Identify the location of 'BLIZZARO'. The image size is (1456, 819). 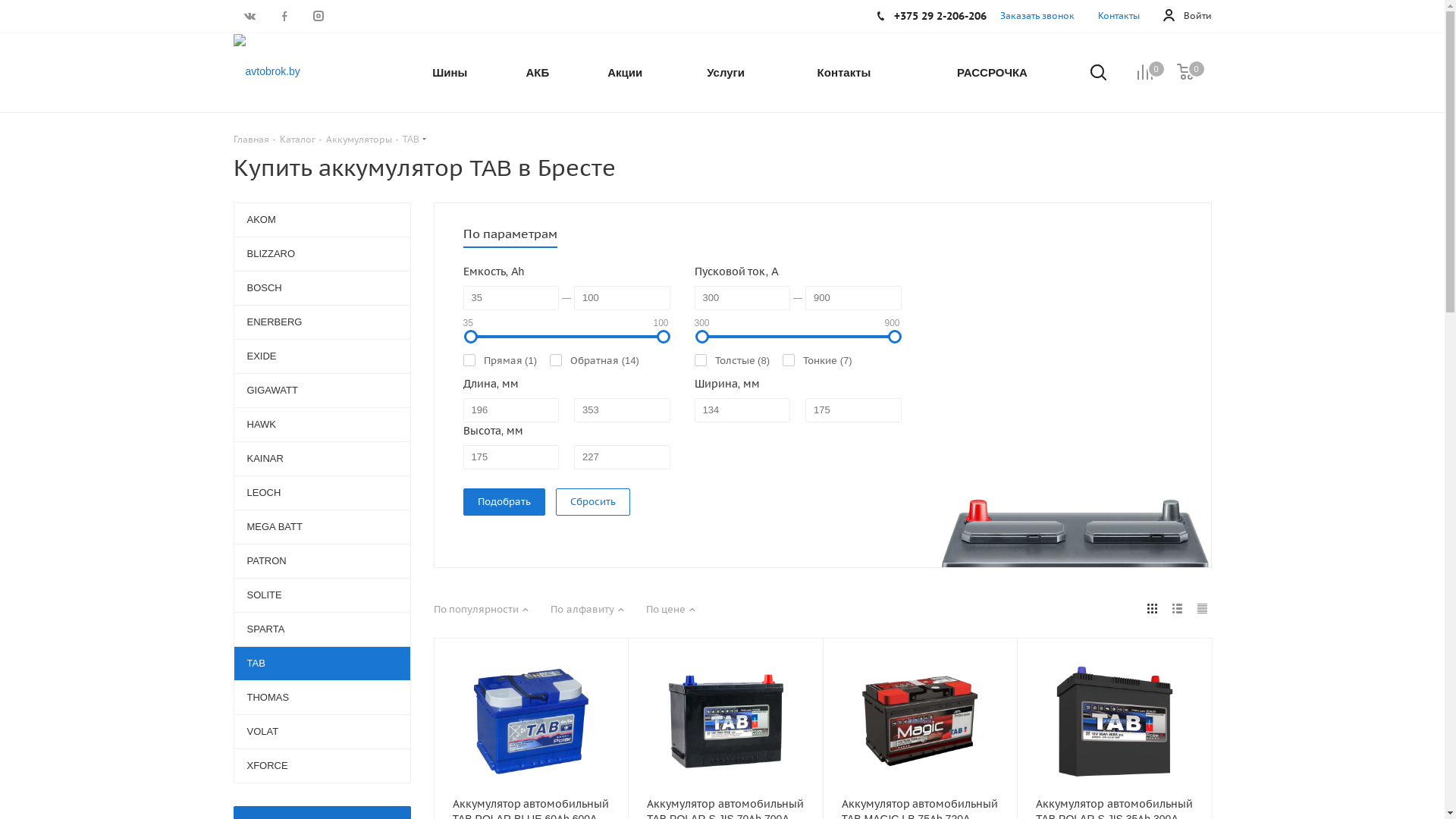
(322, 253).